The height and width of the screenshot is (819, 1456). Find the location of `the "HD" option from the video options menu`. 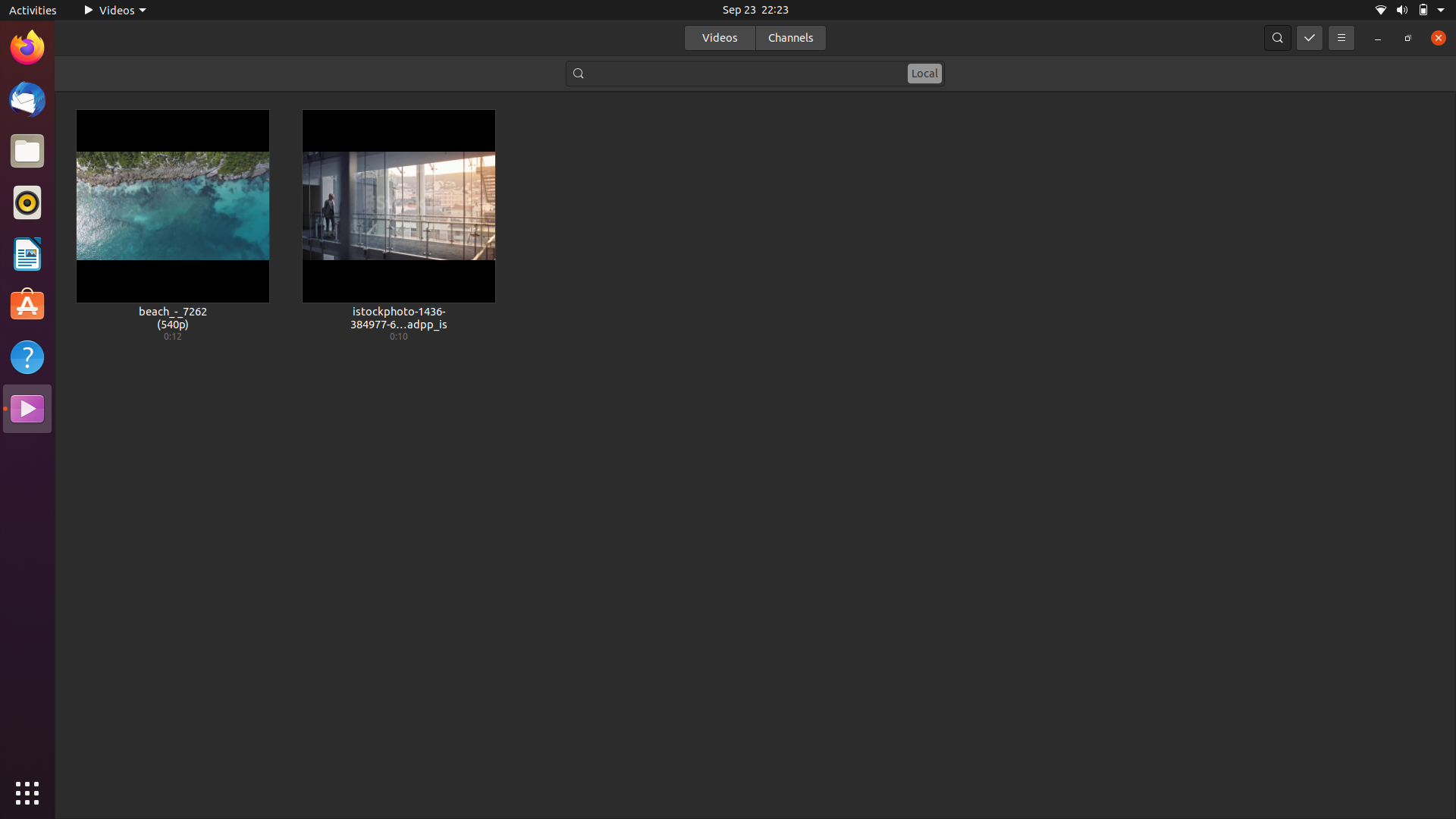

the "HD" option from the video options menu is located at coordinates (1339, 35).